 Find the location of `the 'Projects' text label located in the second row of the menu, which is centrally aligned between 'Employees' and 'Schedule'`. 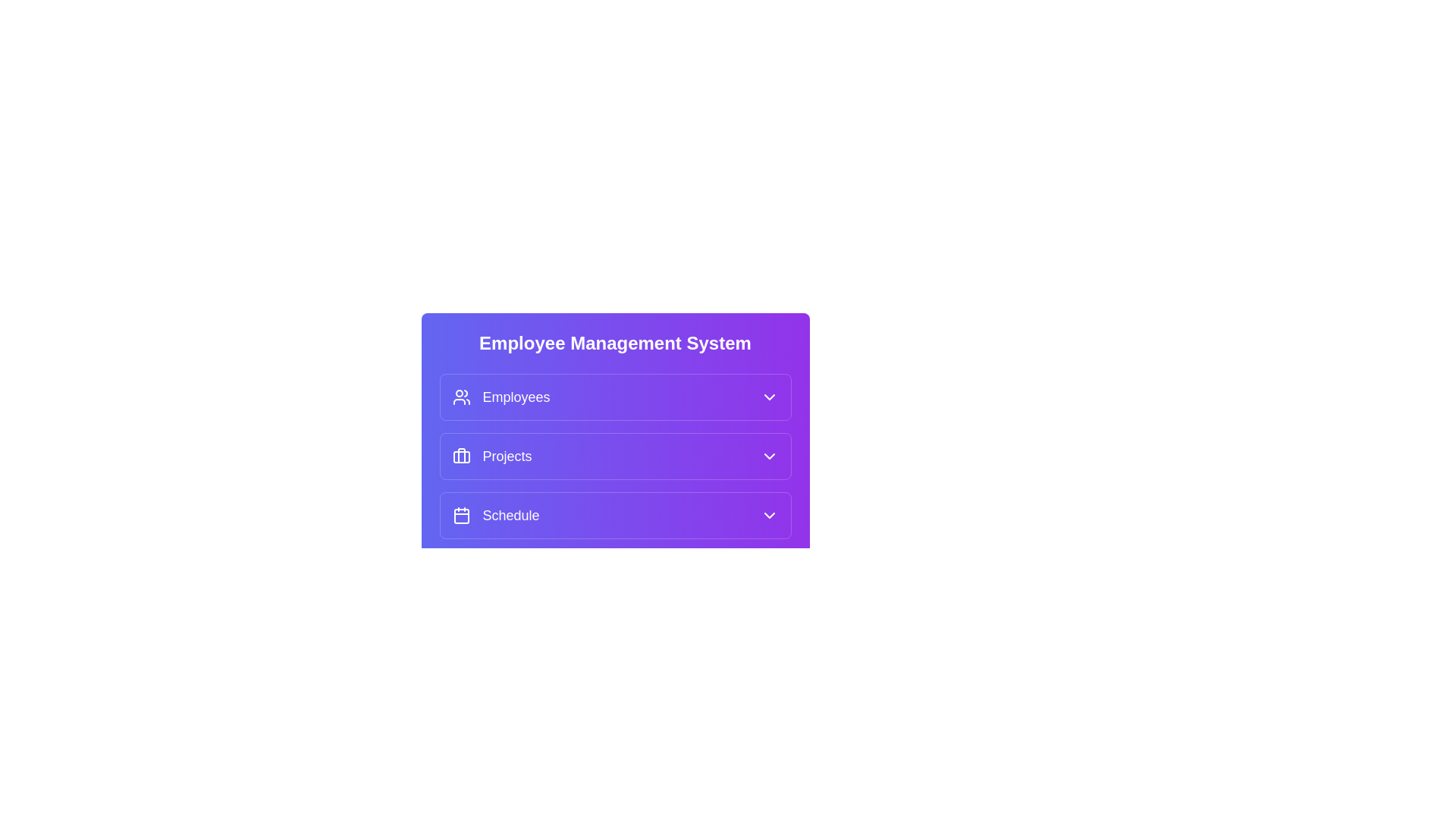

the 'Projects' text label located in the second row of the menu, which is centrally aligned between 'Employees' and 'Schedule' is located at coordinates (507, 455).